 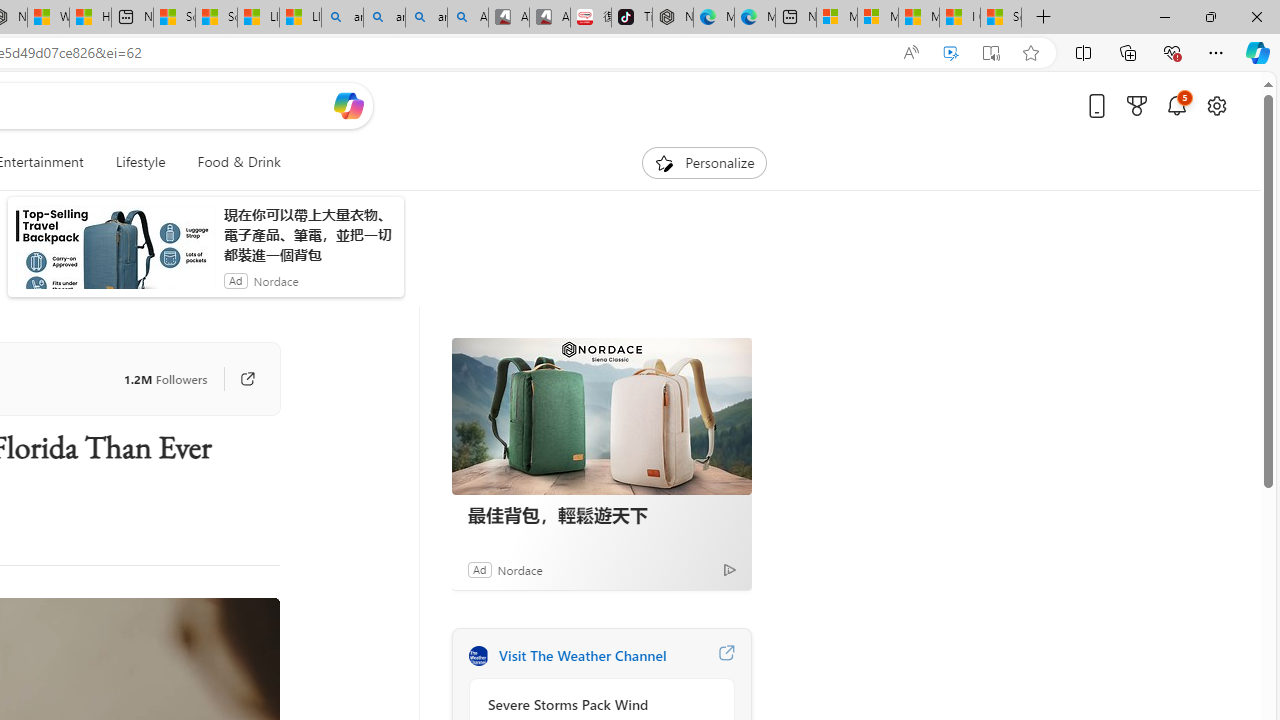 What do you see at coordinates (549, 17) in the screenshot?
I see `'All Cubot phones'` at bounding box center [549, 17].